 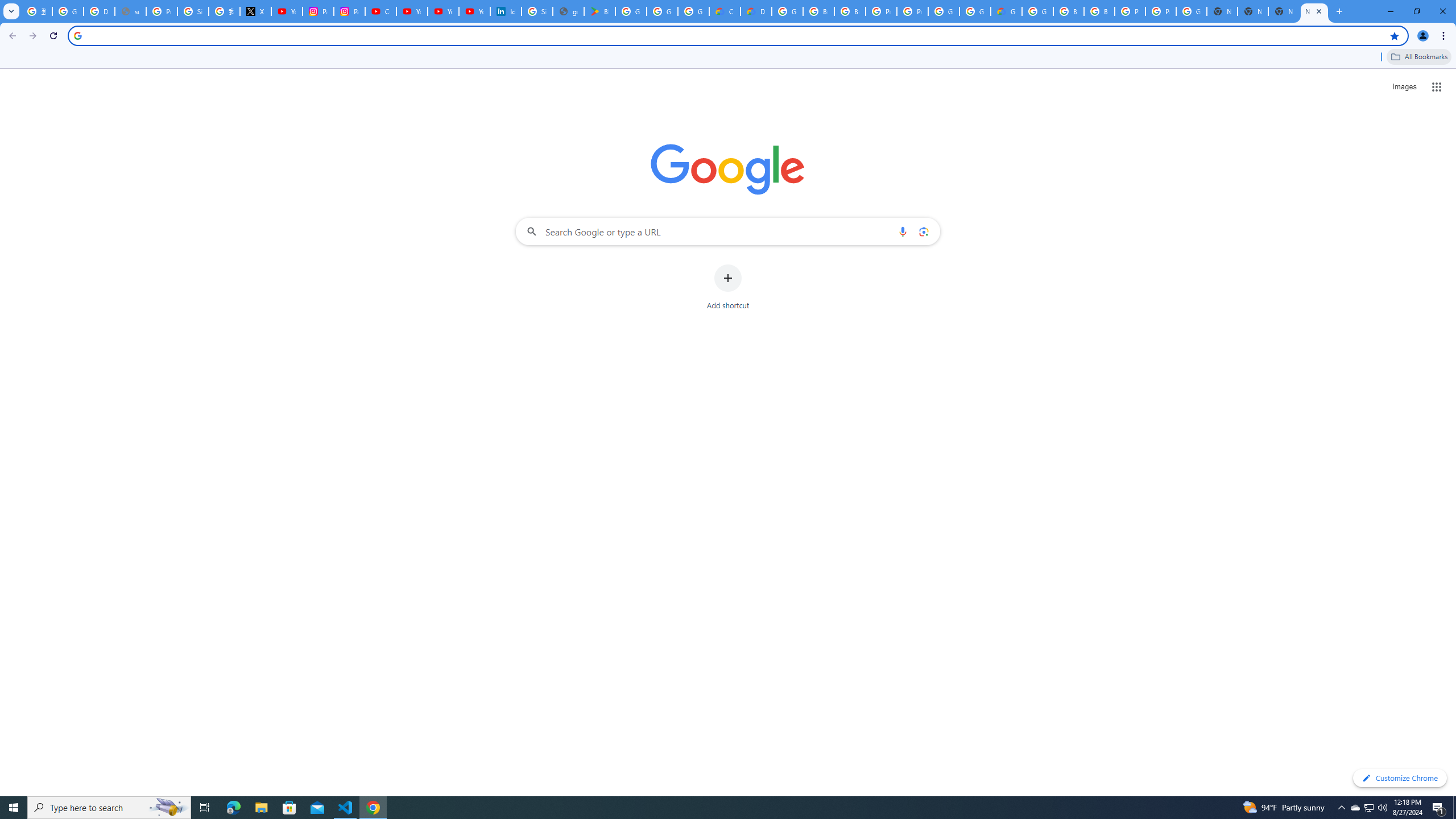 I want to click on 'Google Cloud Platform', so click(x=974, y=11).